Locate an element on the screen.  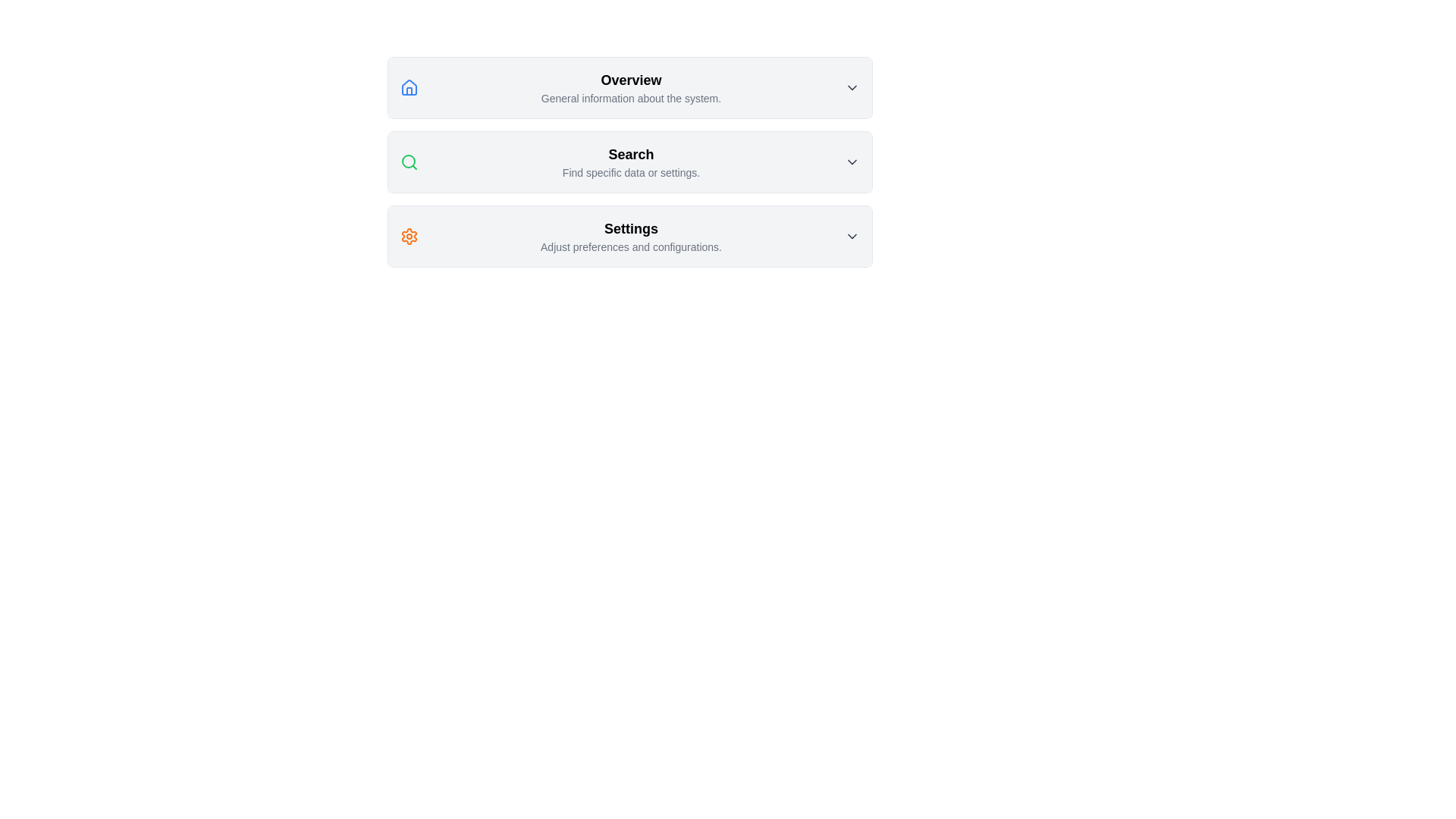
the house-shaped icon styled with blue lines is located at coordinates (409, 87).